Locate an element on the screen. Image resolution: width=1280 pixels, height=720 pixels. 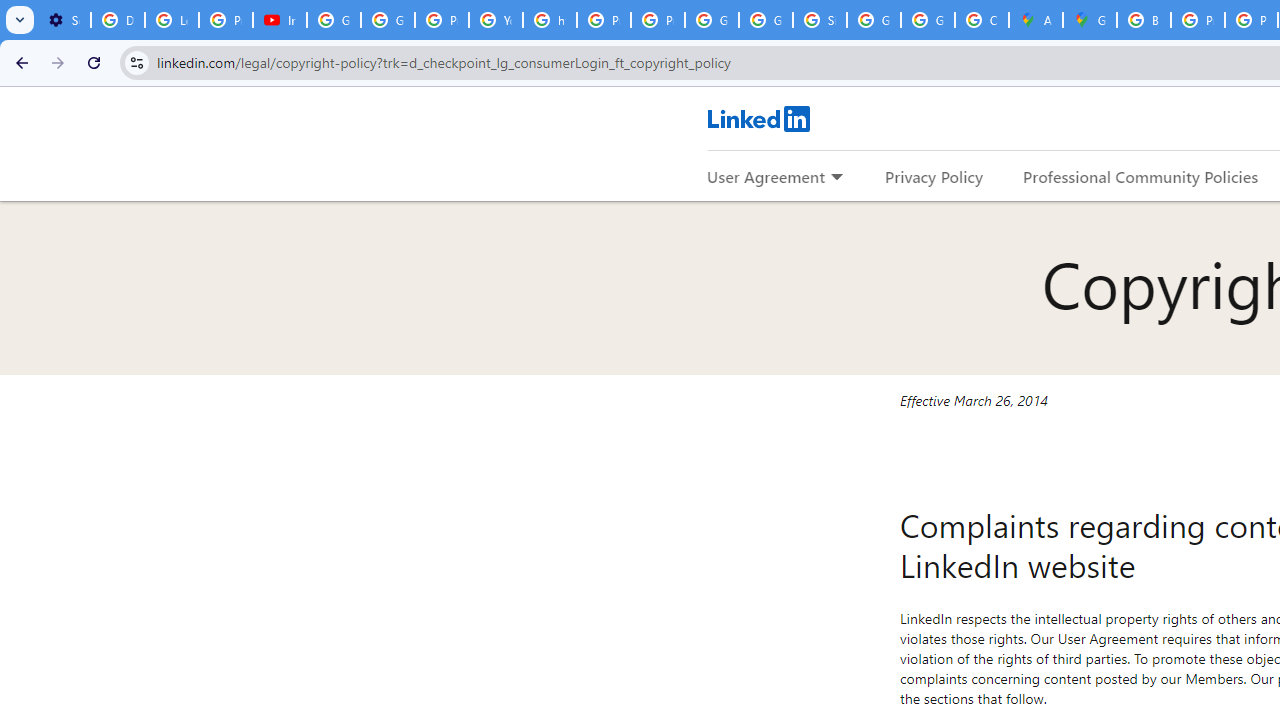
'Sign in - Google Accounts' is located at coordinates (819, 20).